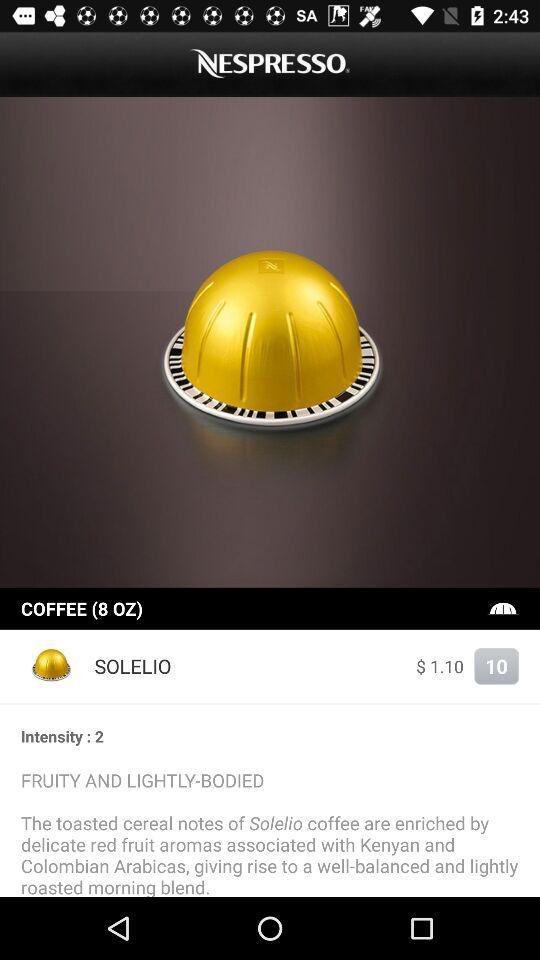  What do you see at coordinates (440, 666) in the screenshot?
I see `the $ 1.10 icon` at bounding box center [440, 666].